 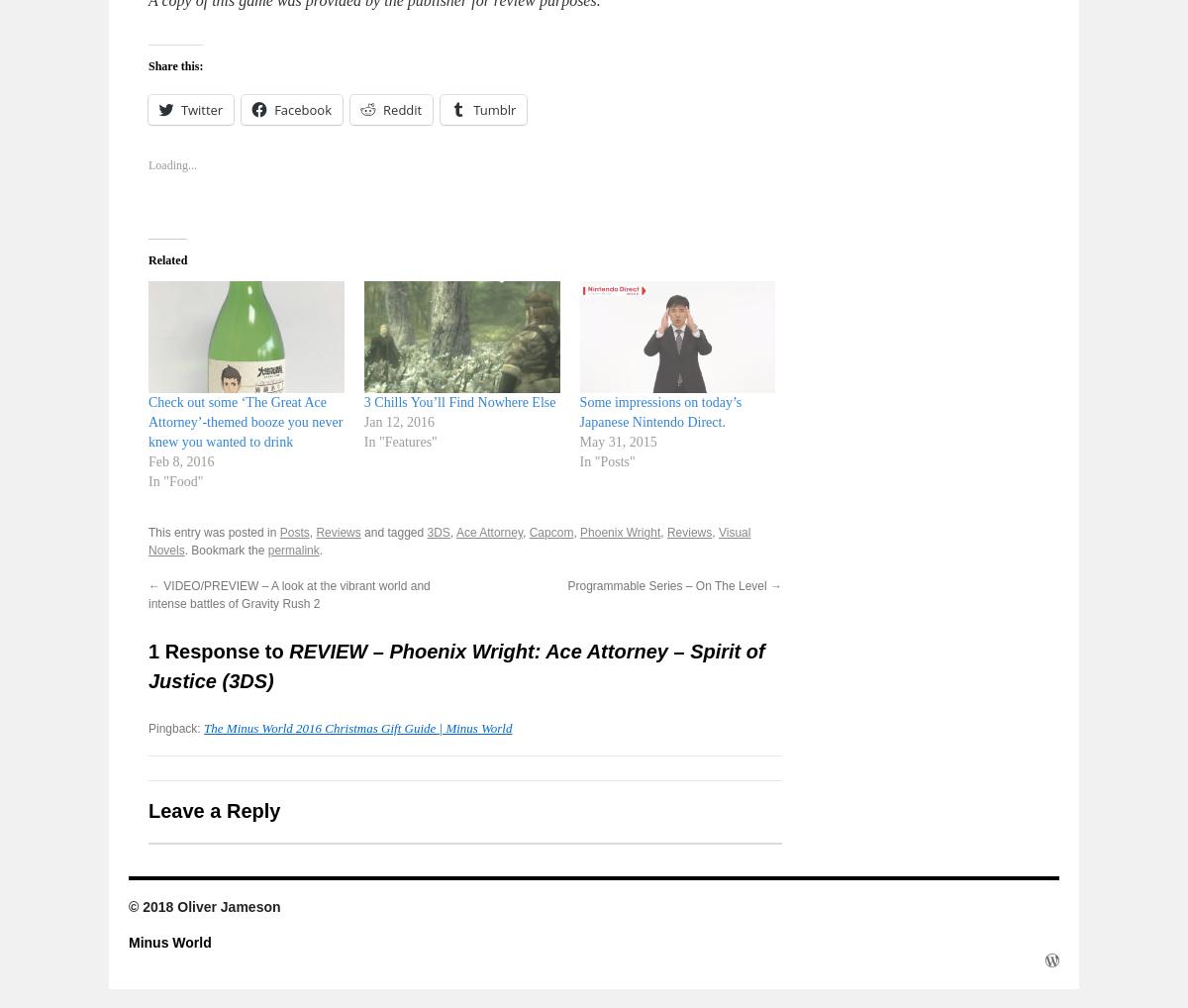 What do you see at coordinates (148, 540) in the screenshot?
I see `'Visual Novels'` at bounding box center [148, 540].